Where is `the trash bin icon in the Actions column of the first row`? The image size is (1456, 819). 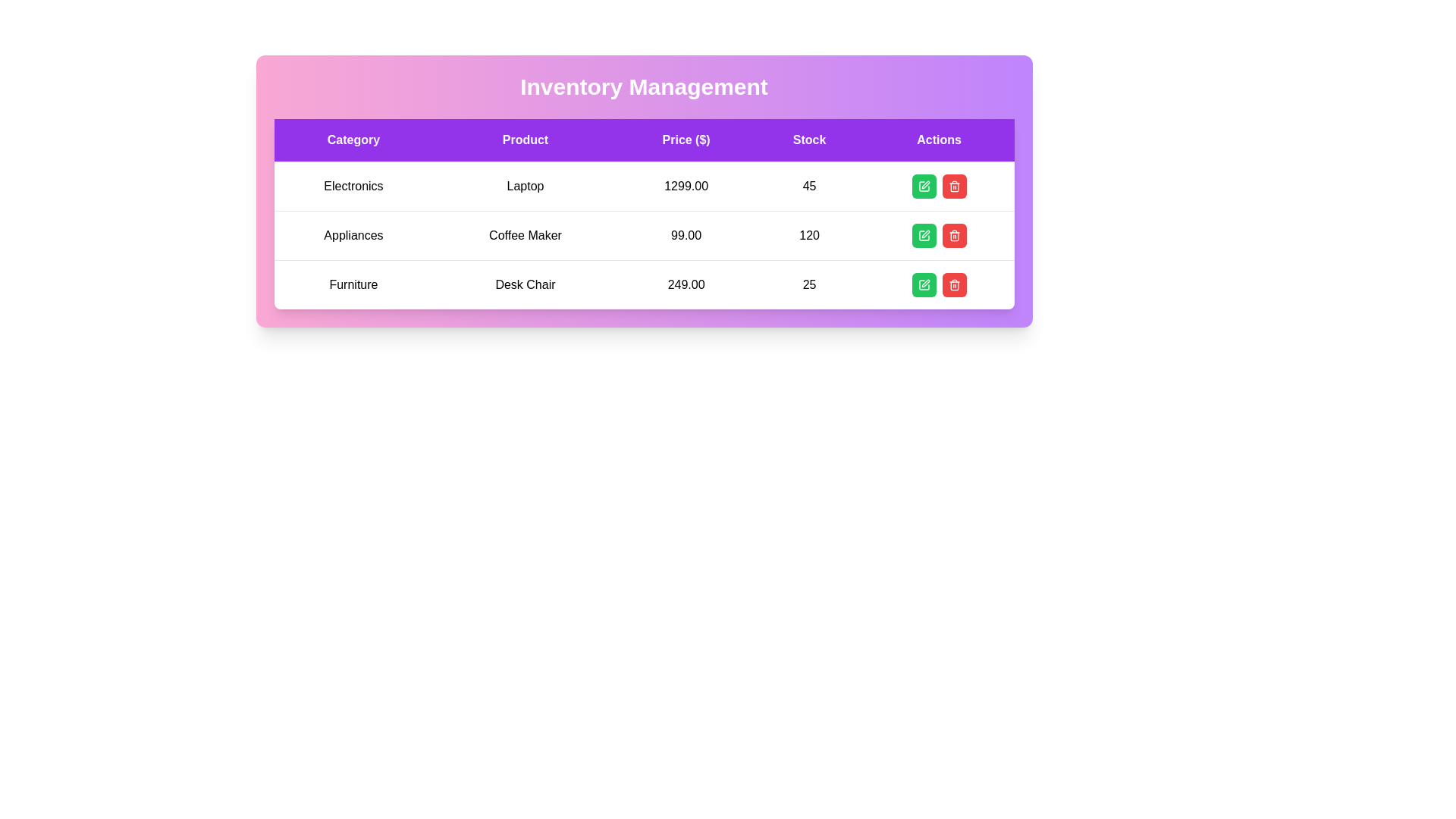 the trash bin icon in the Actions column of the first row is located at coordinates (953, 186).